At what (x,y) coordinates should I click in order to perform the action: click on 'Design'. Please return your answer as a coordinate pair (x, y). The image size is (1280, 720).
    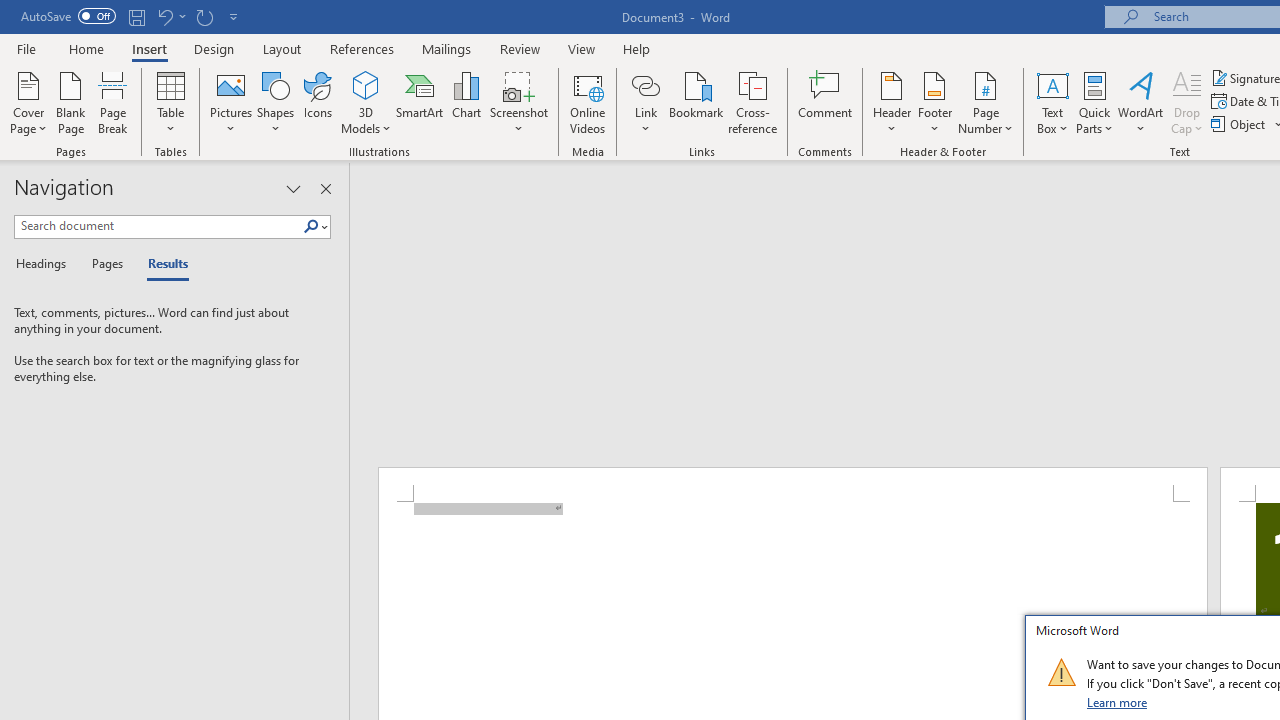
    Looking at the image, I should click on (214, 48).